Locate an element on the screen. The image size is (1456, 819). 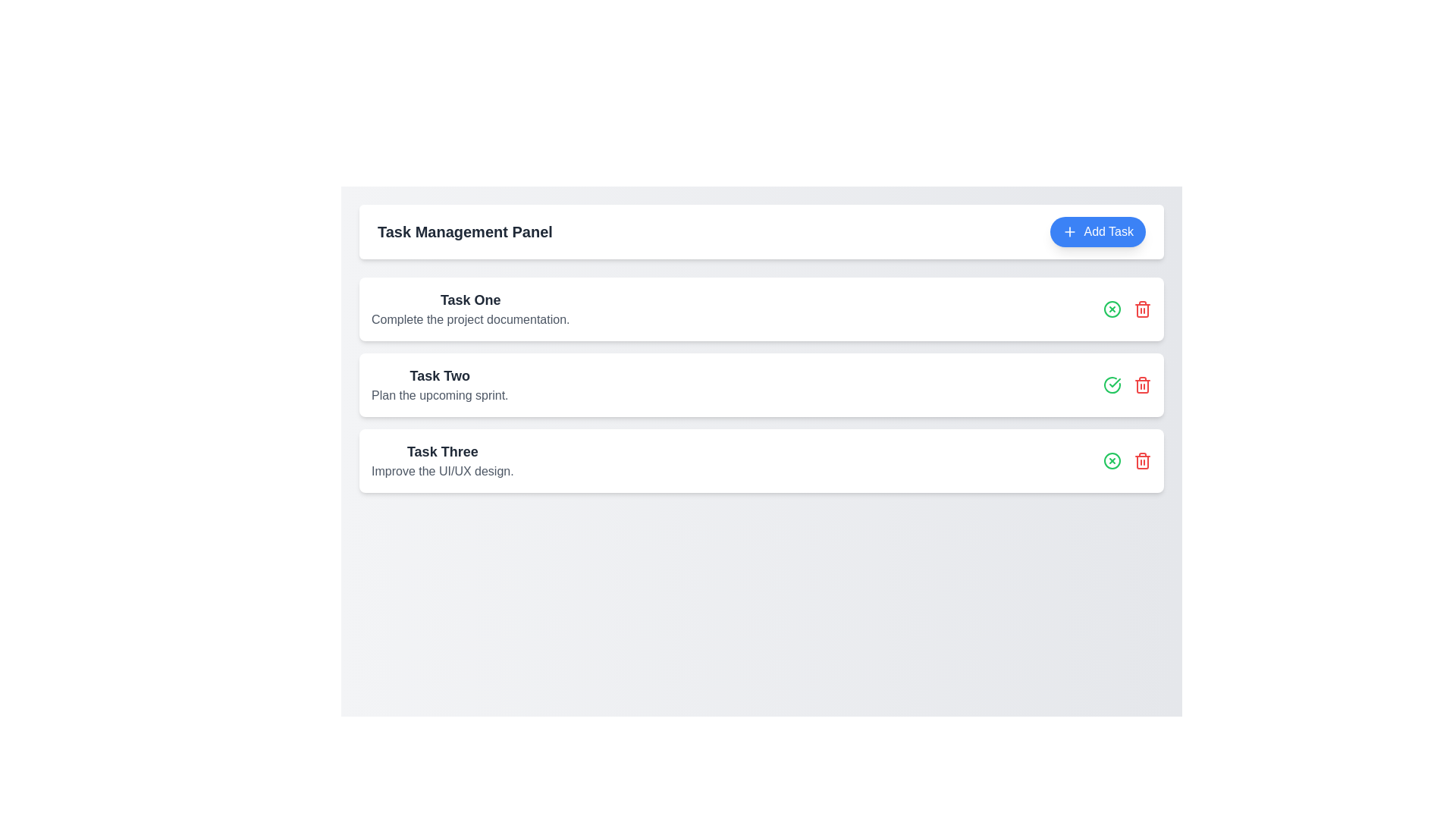
text content of the Text Display that shows 'Task Three' and 'Improve the UI/UX design.' located in the third task entry under 'Task Management Panel' is located at coordinates (441, 460).